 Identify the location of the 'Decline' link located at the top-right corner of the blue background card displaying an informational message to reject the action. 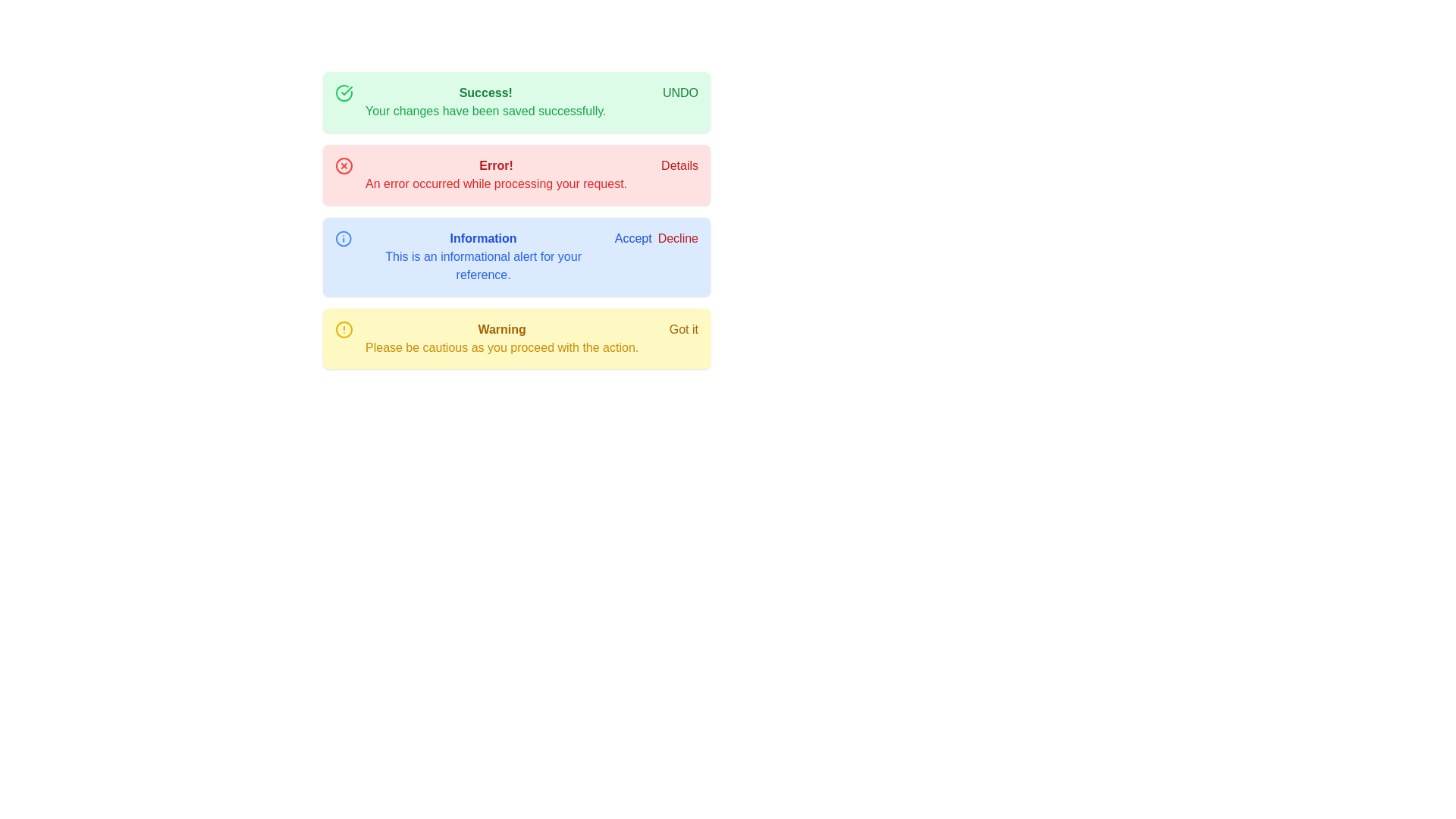
(656, 239).